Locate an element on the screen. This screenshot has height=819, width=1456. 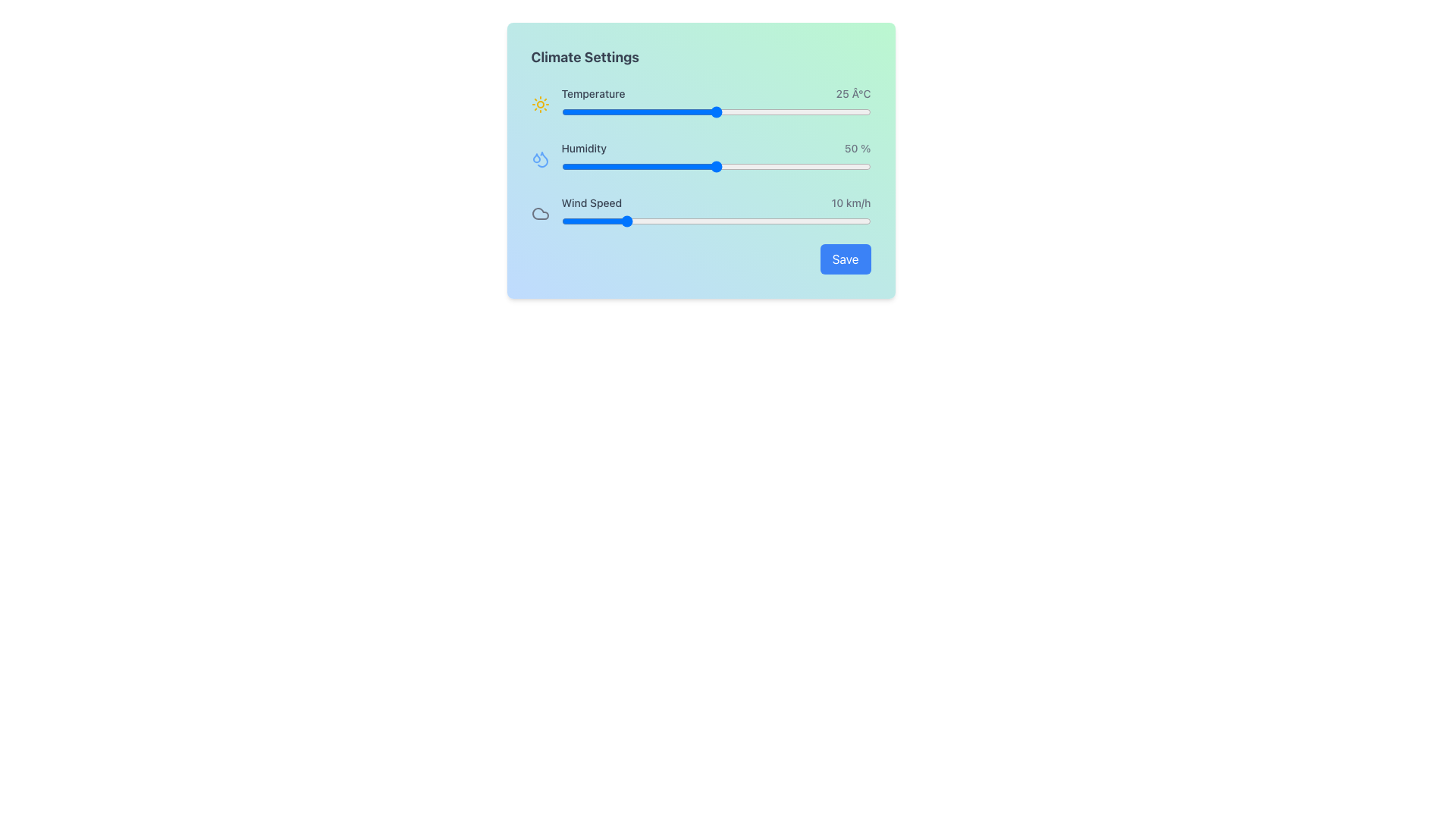
the text element displaying the temperature value '25 °C', which is styled with a gray font and medium-sized sans-serif font, located on the right side of the horizontal slider labeled 'Temperature' is located at coordinates (853, 93).